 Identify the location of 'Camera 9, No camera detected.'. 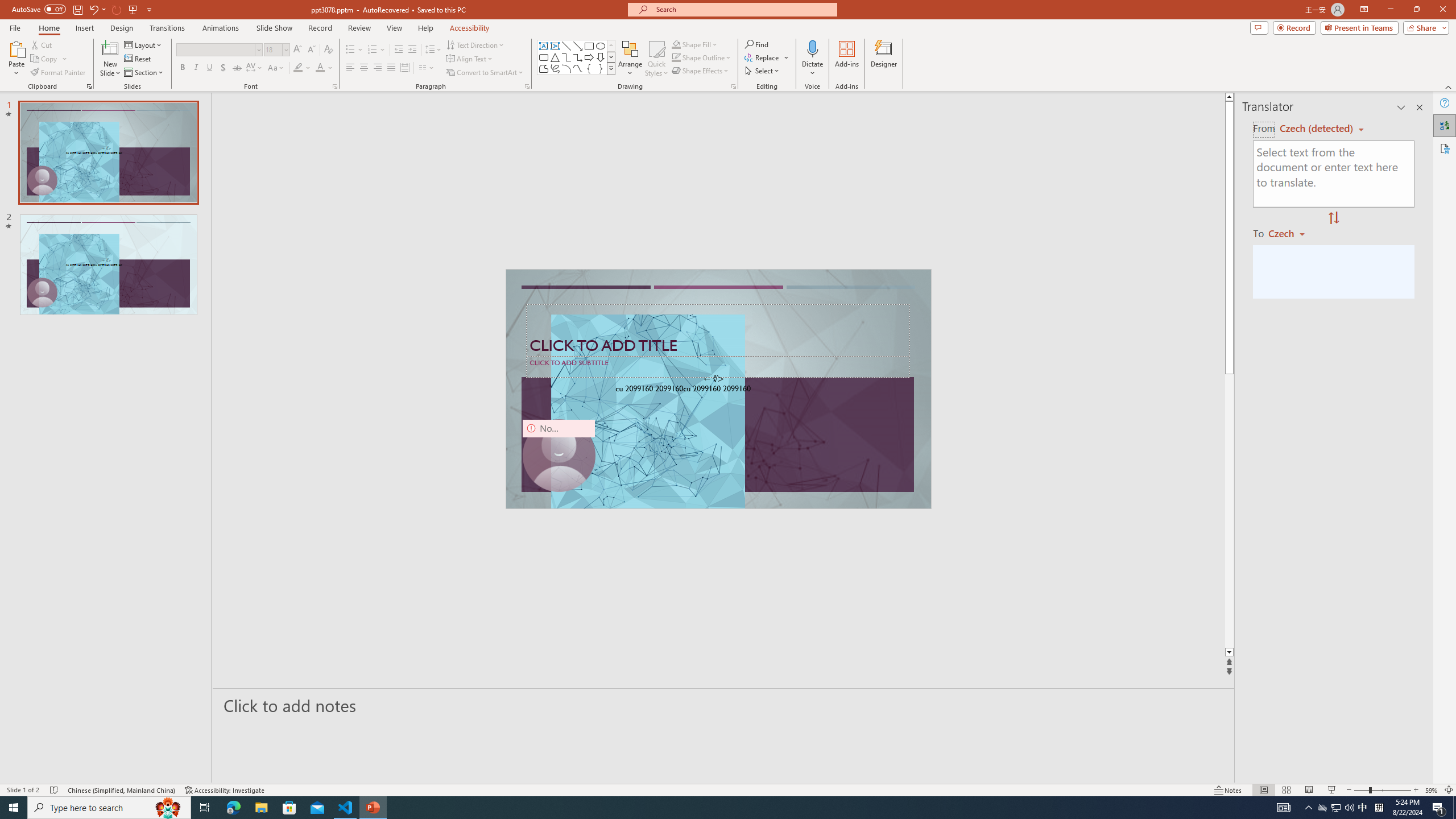
(558, 455).